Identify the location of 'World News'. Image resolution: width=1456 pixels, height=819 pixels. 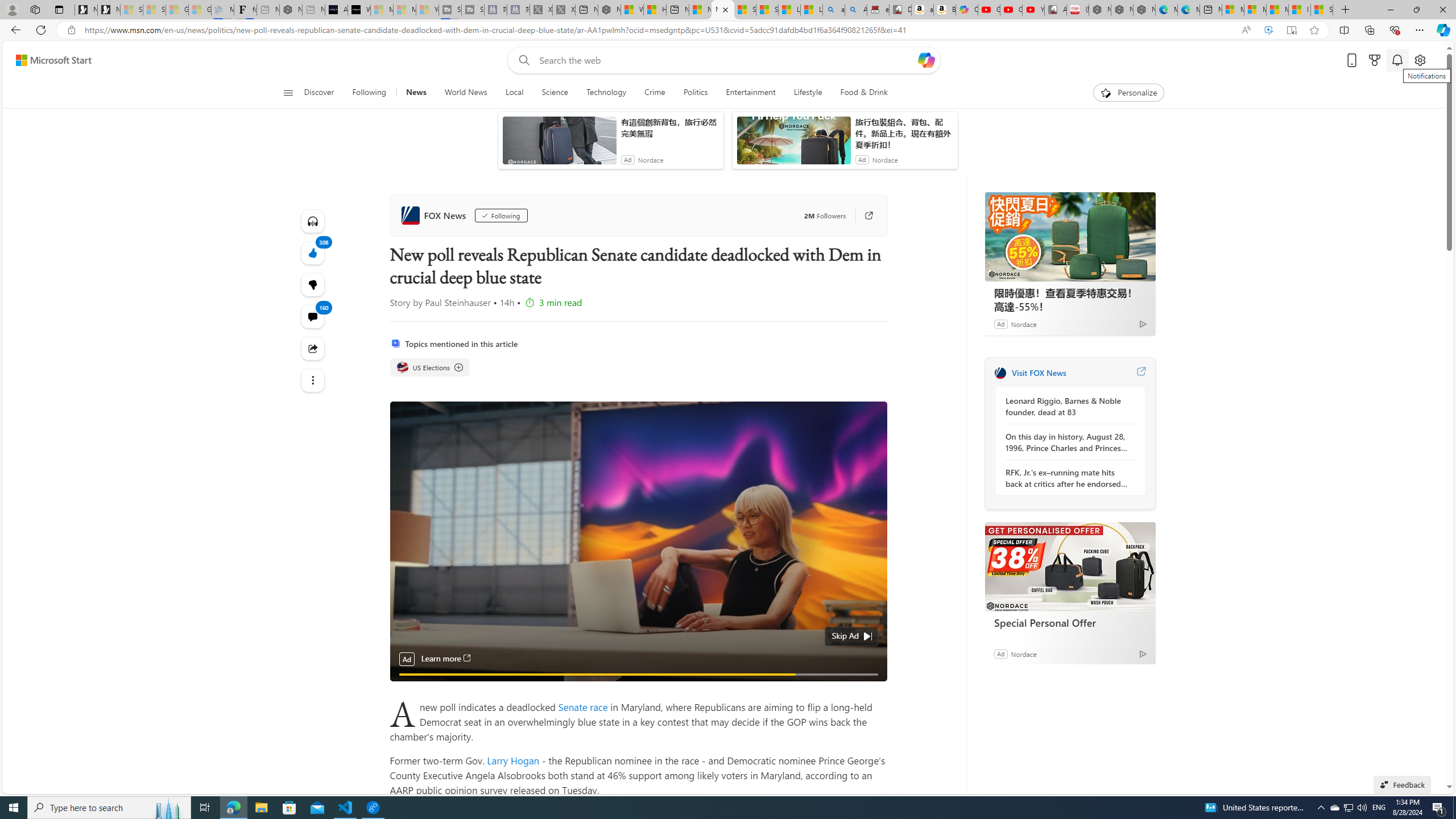
(466, 92).